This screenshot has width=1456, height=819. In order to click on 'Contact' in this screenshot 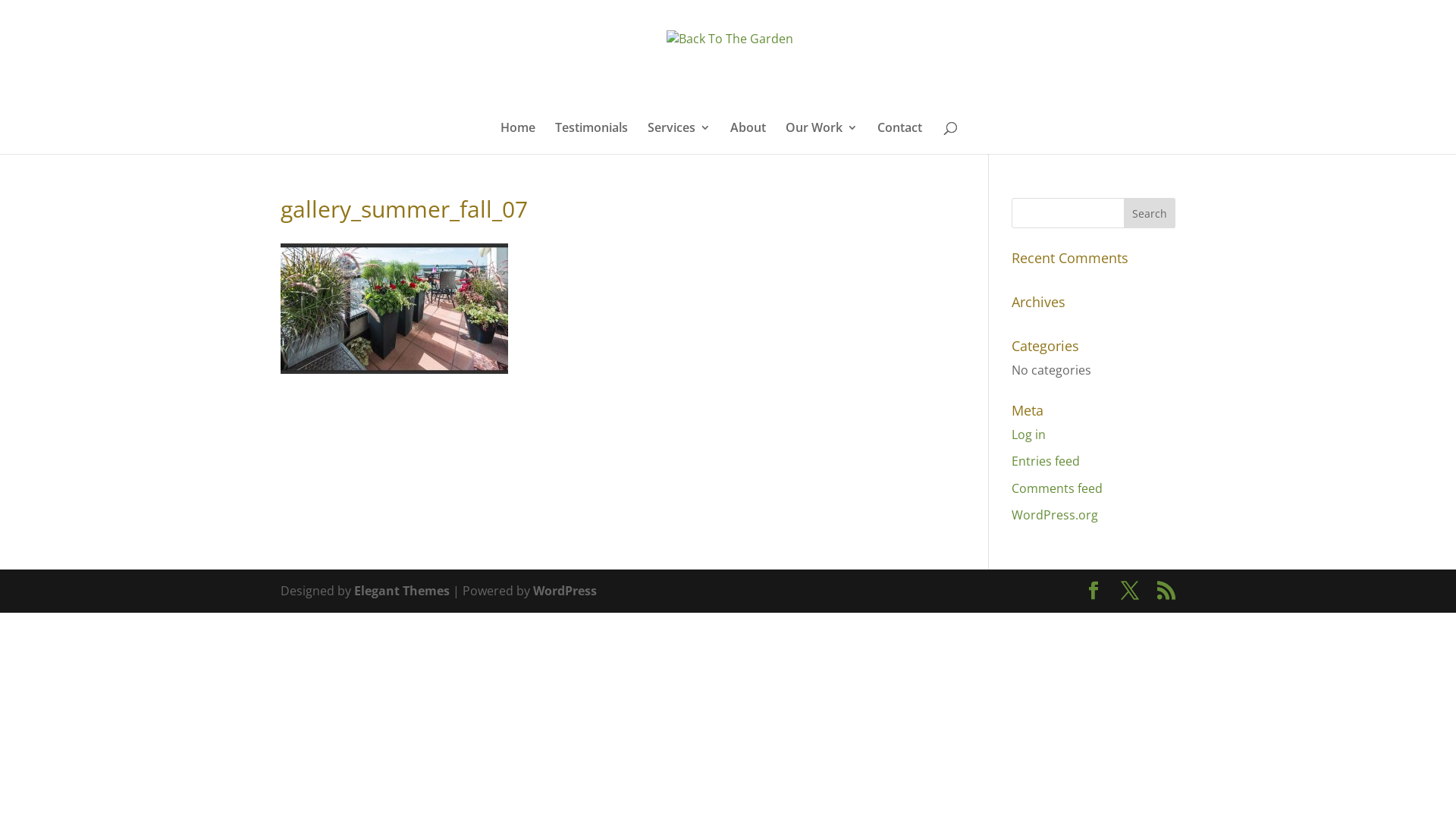, I will do `click(899, 137)`.